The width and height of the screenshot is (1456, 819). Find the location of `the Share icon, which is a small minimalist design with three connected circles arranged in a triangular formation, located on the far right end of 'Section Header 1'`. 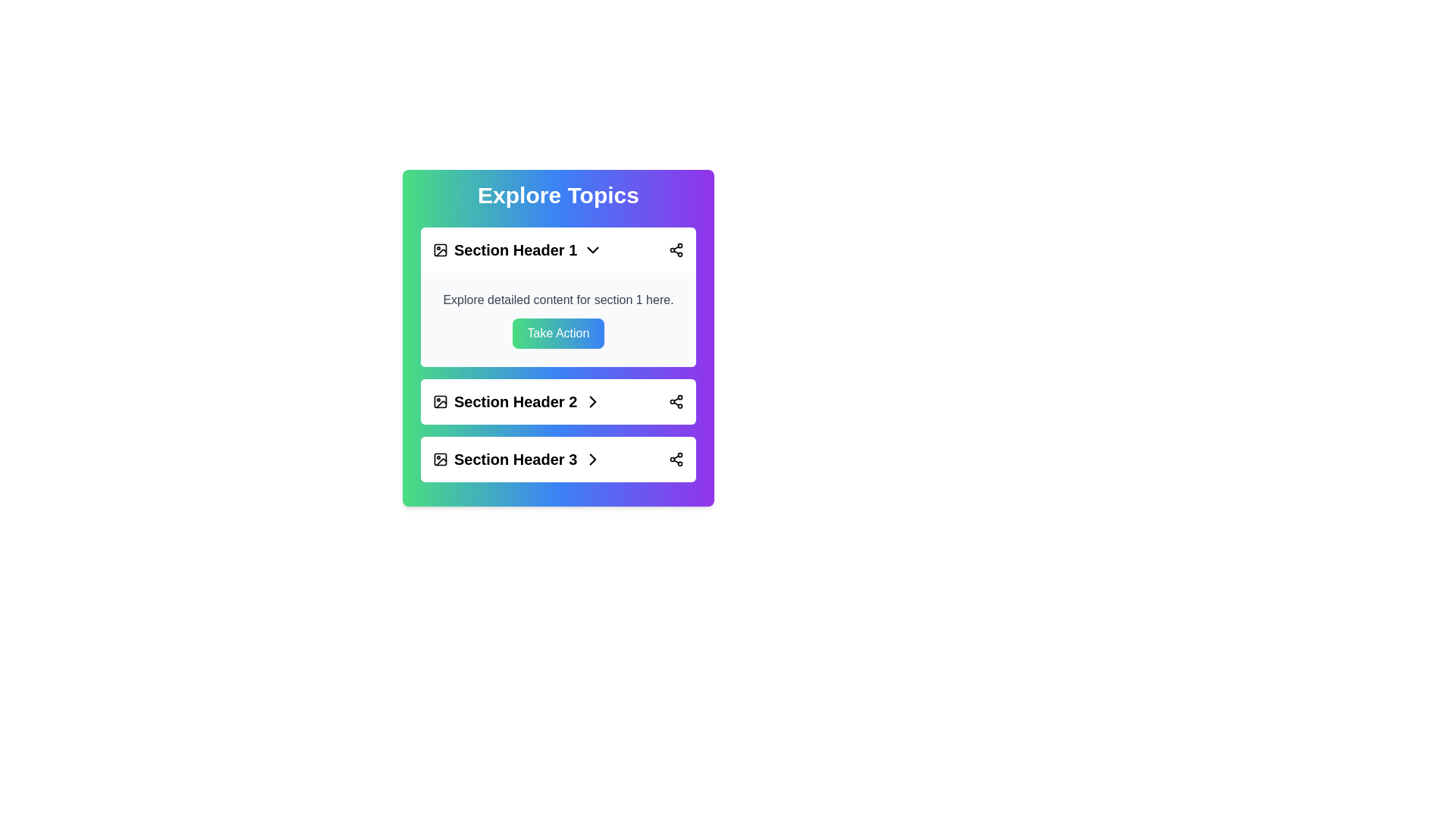

the Share icon, which is a small minimalist design with three connected circles arranged in a triangular formation, located on the far right end of 'Section Header 1' is located at coordinates (676, 249).